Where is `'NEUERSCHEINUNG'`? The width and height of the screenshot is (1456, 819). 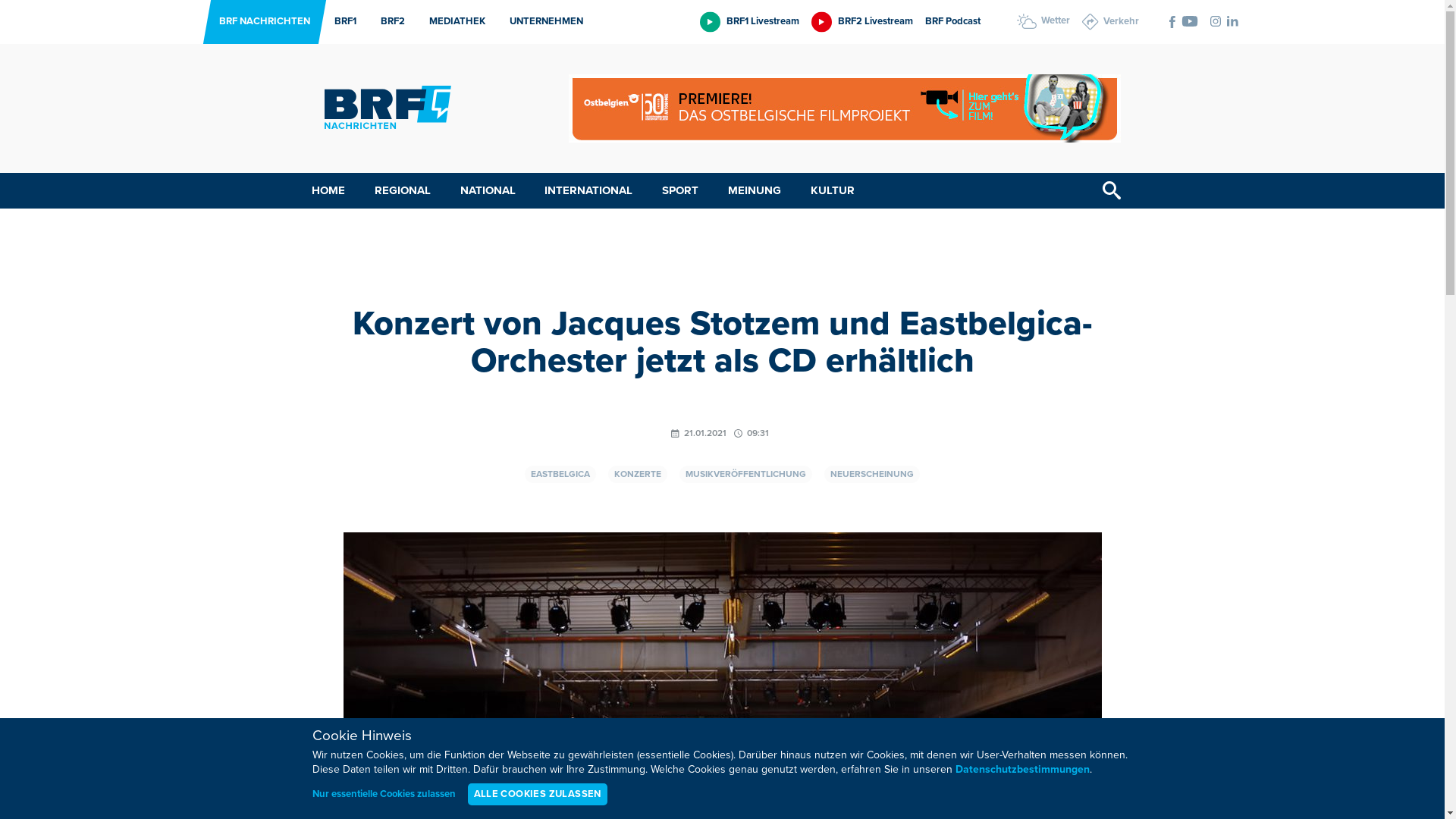
'NEUERSCHEINUNG' is located at coordinates (872, 473).